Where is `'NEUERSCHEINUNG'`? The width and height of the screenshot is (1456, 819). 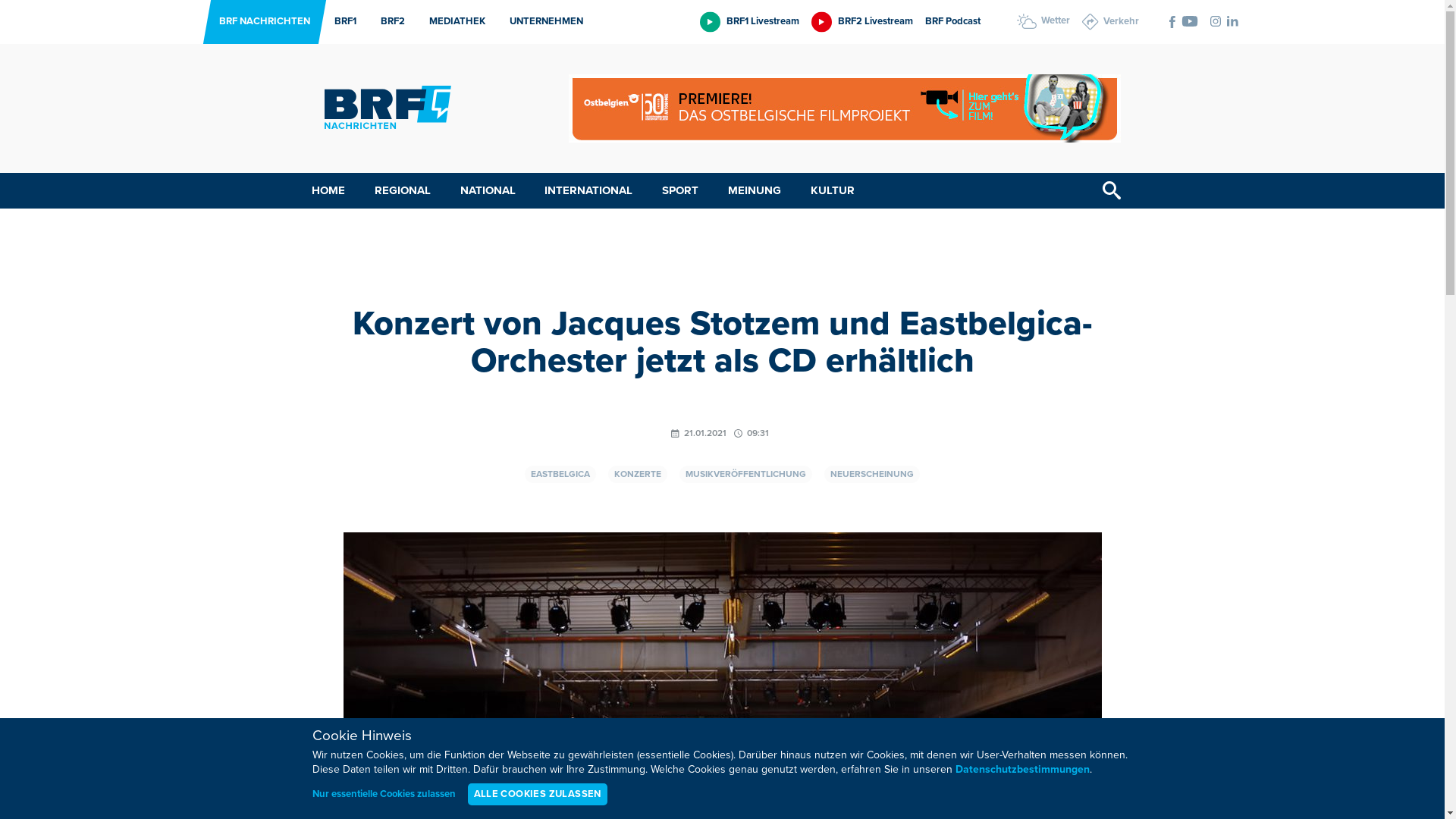
'NEUERSCHEINUNG' is located at coordinates (872, 473).